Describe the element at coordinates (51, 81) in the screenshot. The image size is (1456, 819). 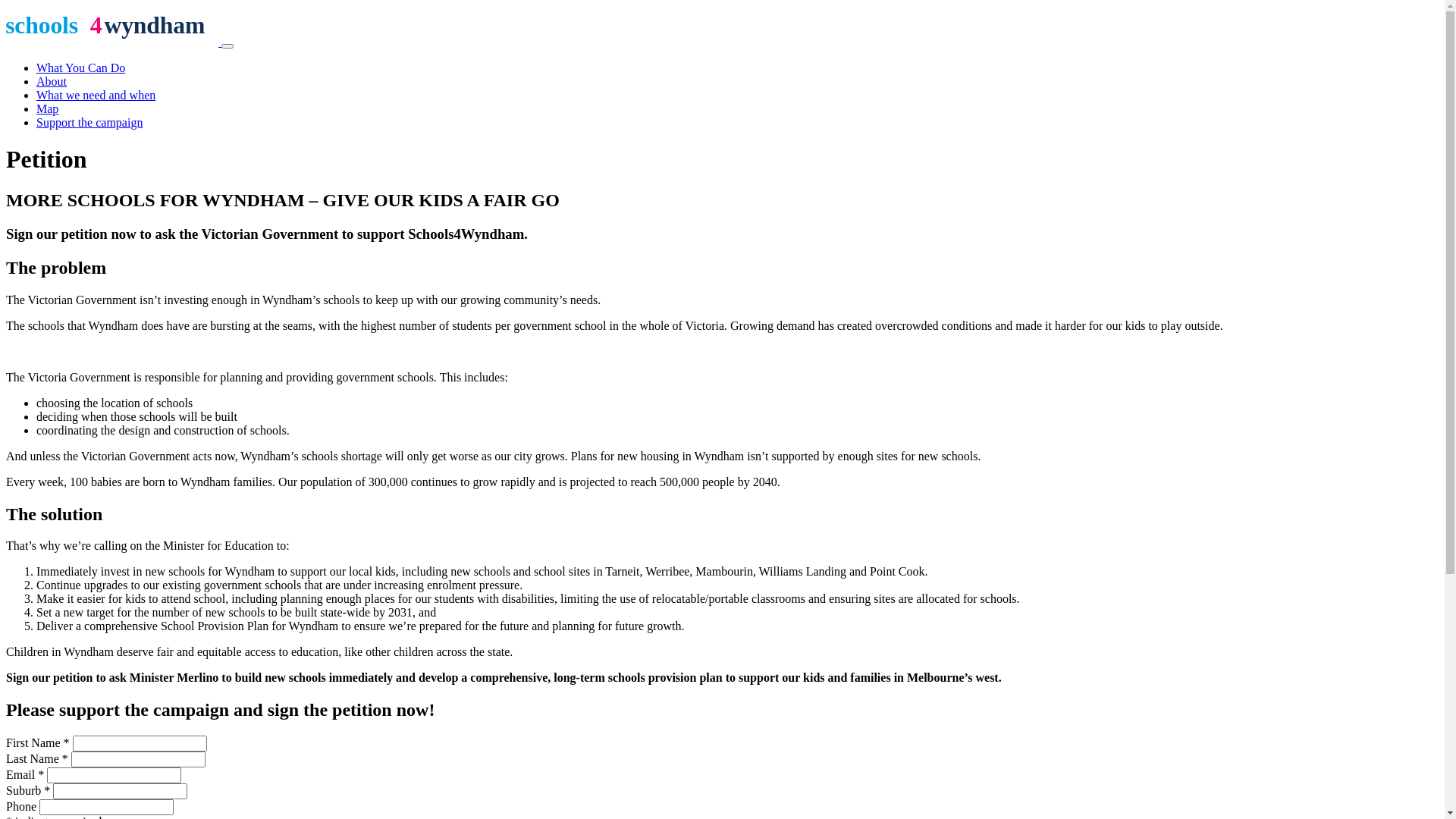
I see `'About'` at that location.